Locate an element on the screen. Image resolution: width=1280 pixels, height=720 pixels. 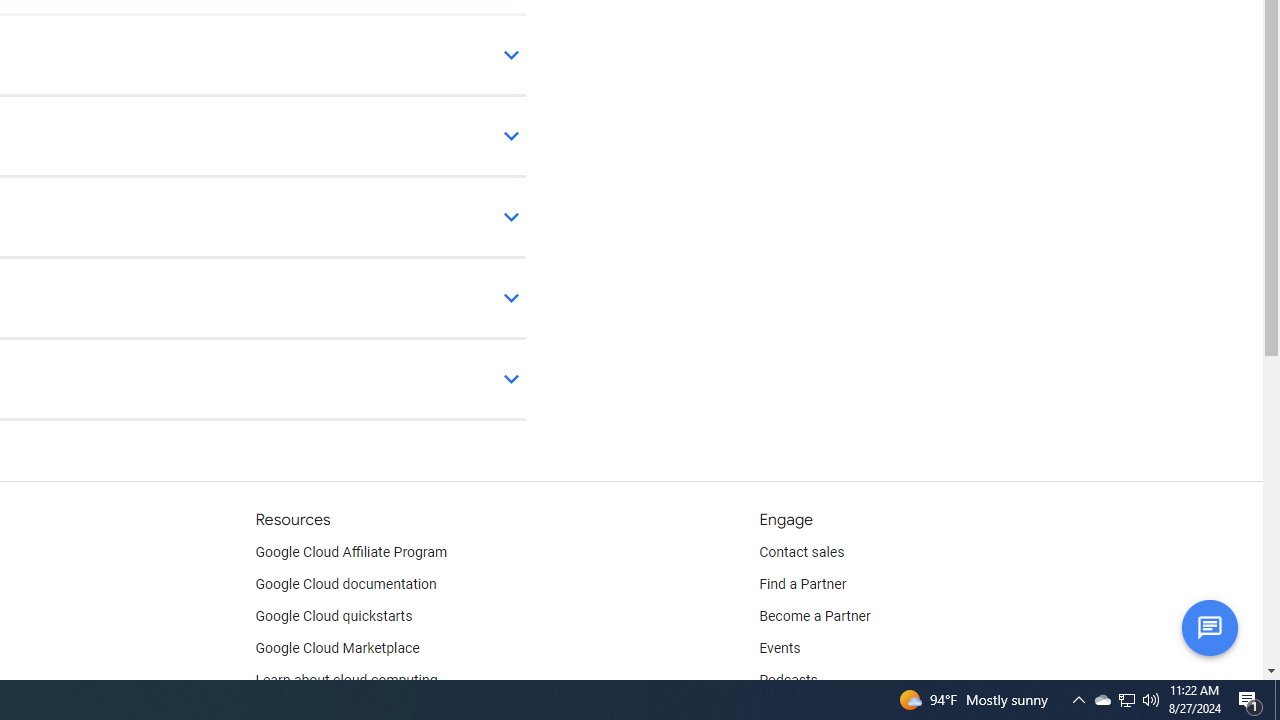
'Events' is located at coordinates (779, 649).